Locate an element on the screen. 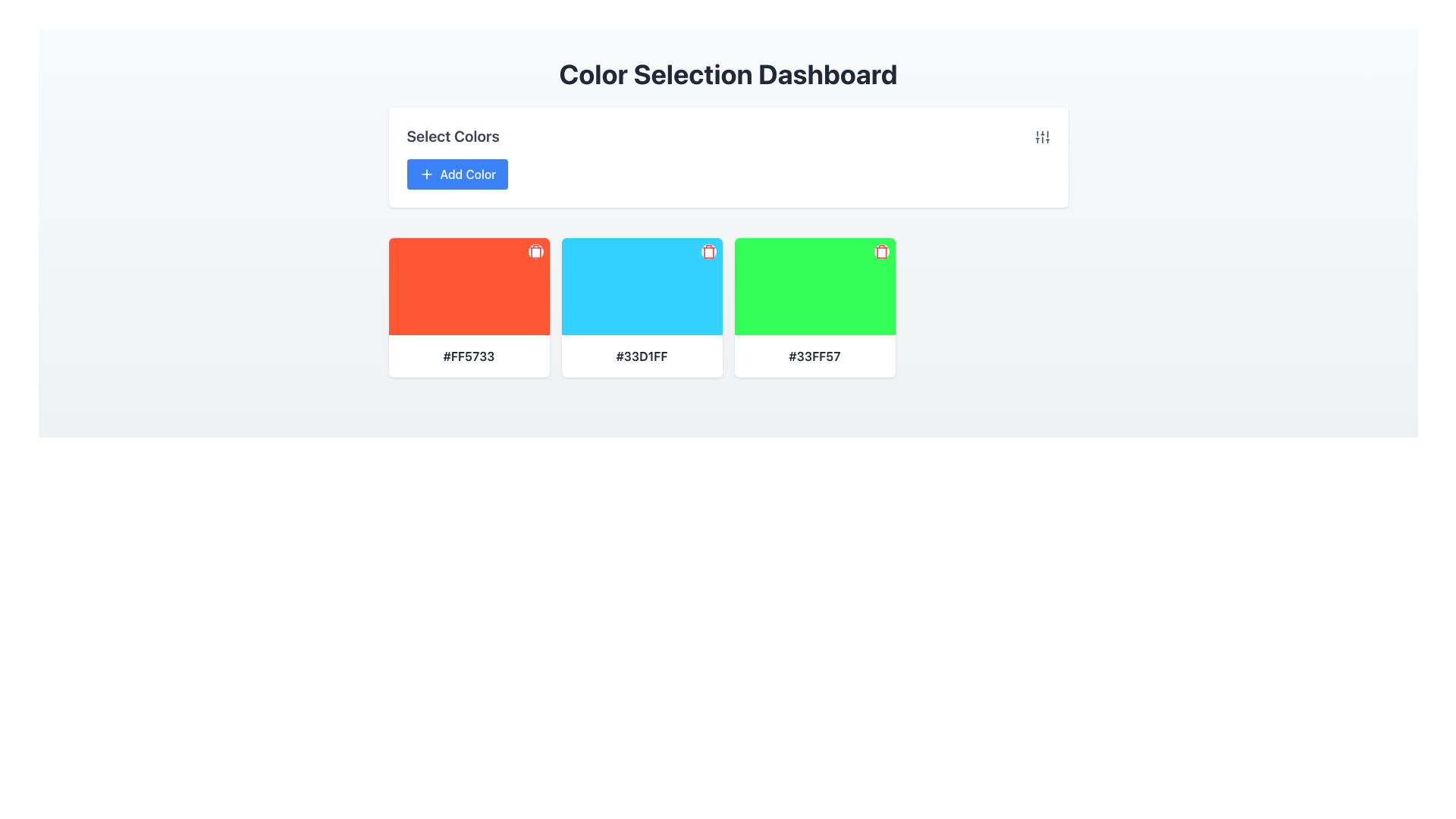 Image resolution: width=1456 pixels, height=819 pixels. the blue 'Add Color' button located near the top left of the 'Select Colors' section is located at coordinates (457, 174).